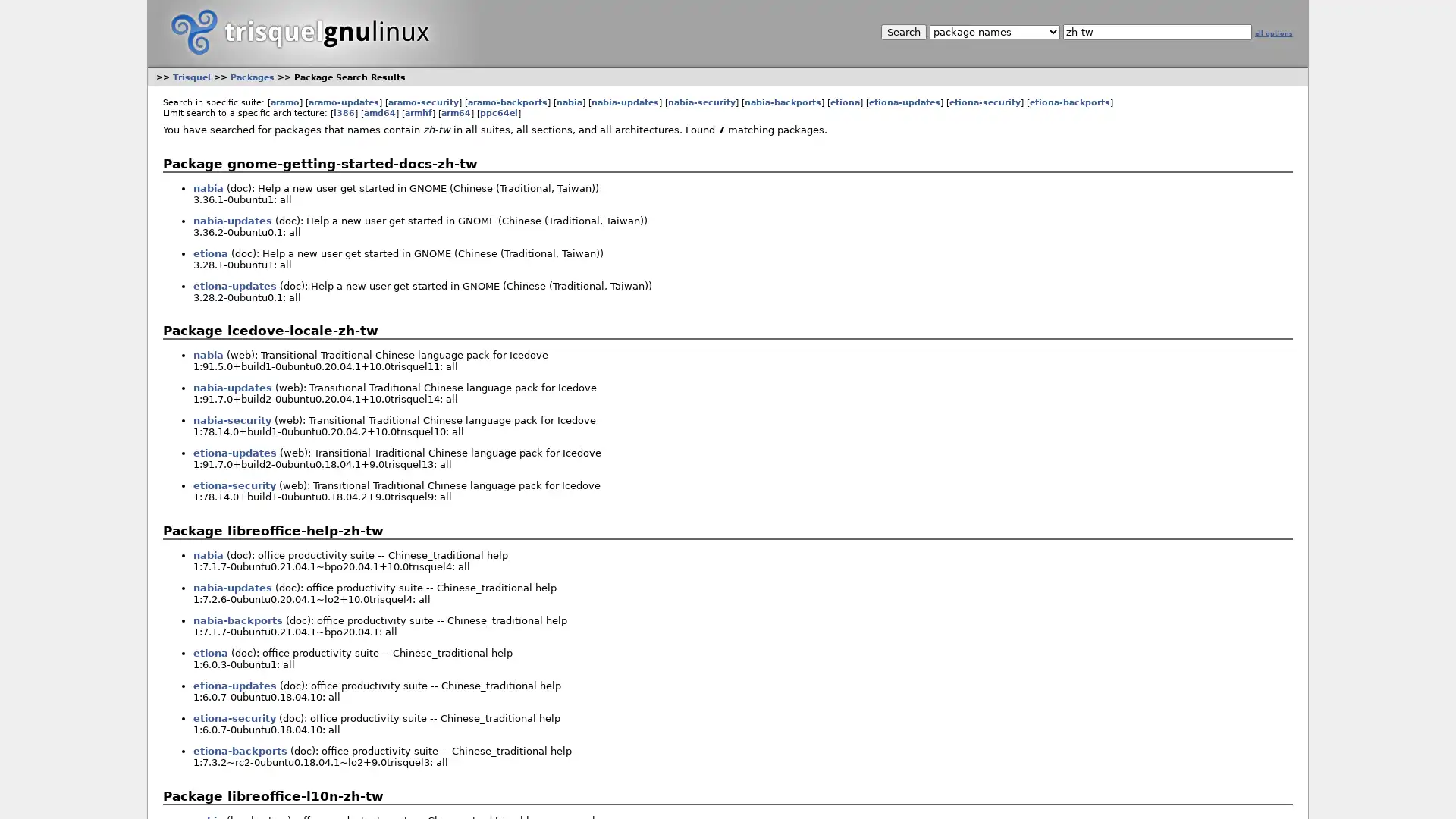 This screenshot has width=1456, height=819. Describe the element at coordinates (902, 32) in the screenshot. I see `Search` at that location.